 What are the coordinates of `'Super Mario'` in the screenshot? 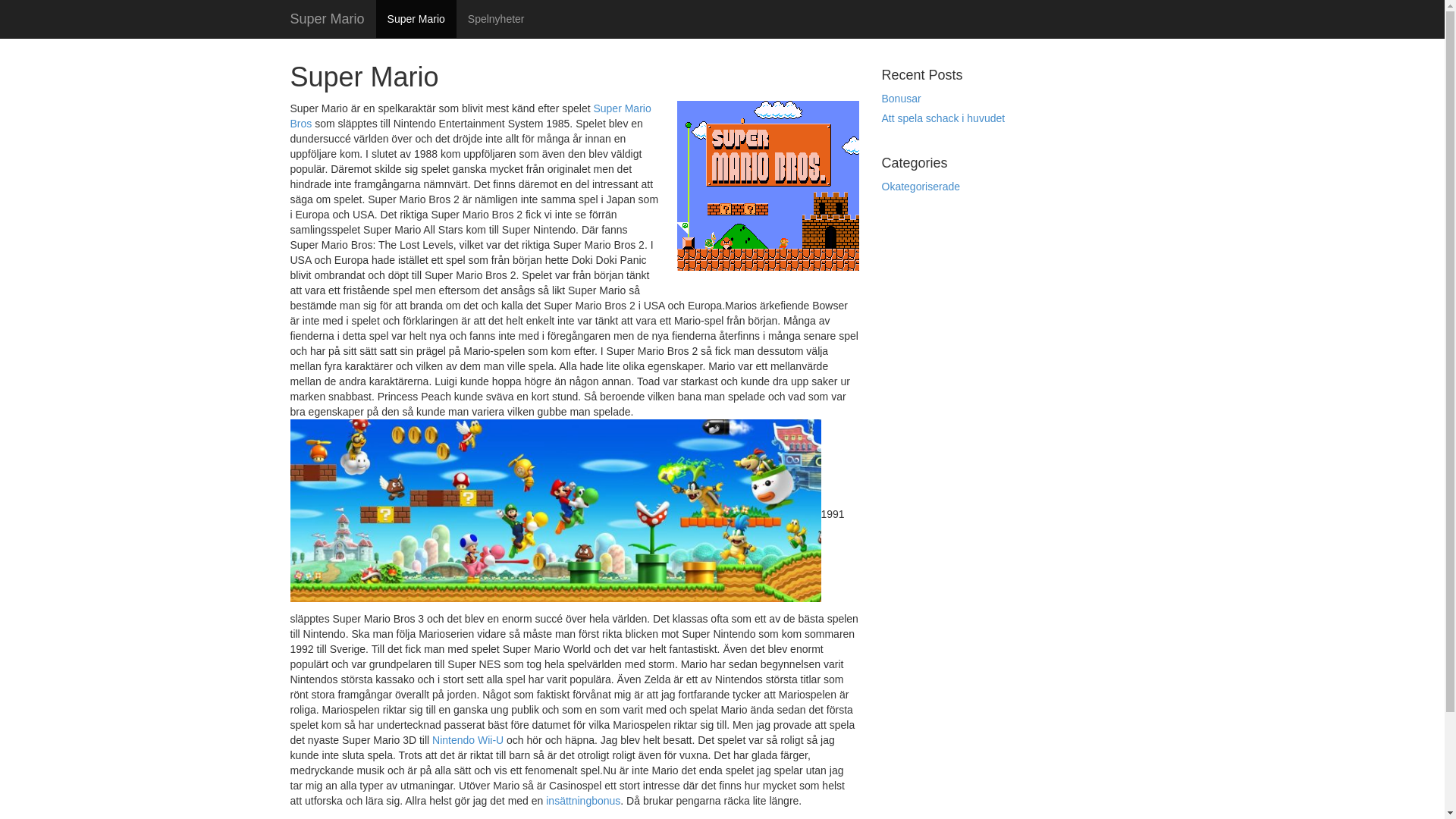 It's located at (375, 18).